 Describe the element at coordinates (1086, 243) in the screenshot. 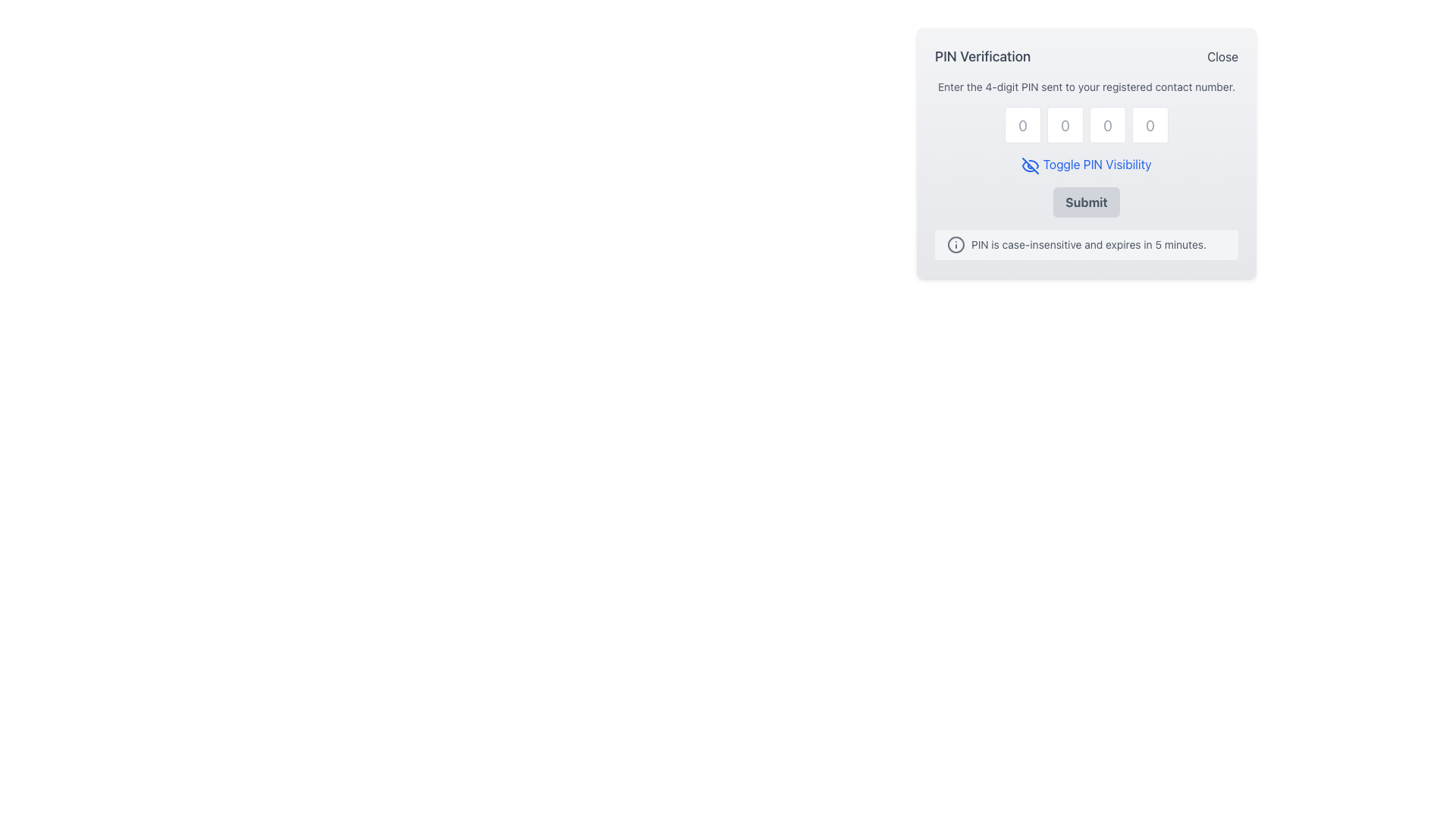

I see `the informational banner located beneath the 'Submit' button in the 'PIN Verification' dialog box, which provides details about PIN case insensitivity and expiration time` at that location.